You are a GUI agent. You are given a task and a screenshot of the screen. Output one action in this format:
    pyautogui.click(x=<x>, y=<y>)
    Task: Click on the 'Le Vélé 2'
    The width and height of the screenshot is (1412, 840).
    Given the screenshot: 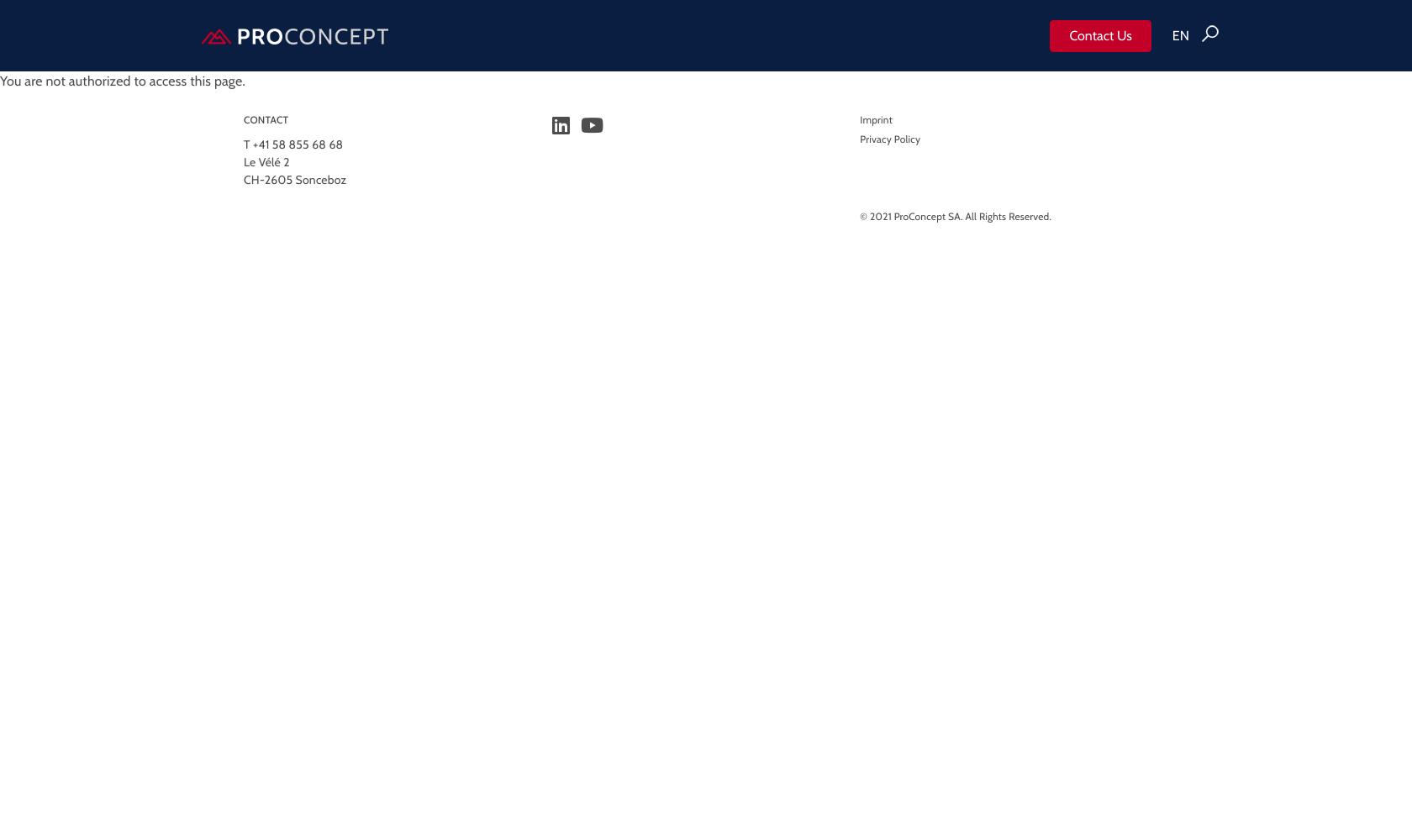 What is the action you would take?
    pyautogui.click(x=266, y=160)
    